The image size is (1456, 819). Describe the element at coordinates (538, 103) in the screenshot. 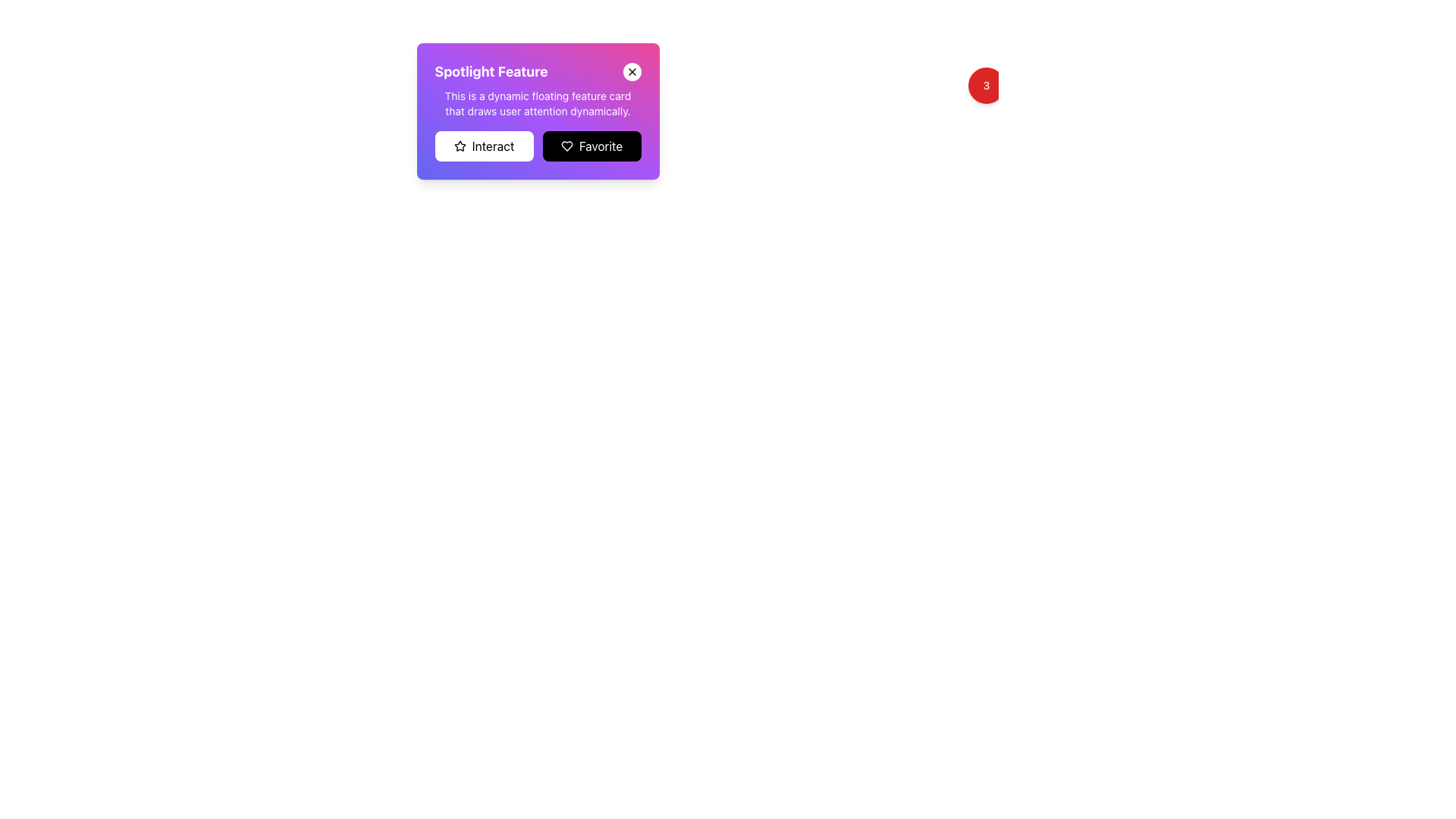

I see `the text element that states 'This is a dynamic floating feature card that draws user attention dynamically.' which is styled in a light-colored font and located within a gradient background card` at that location.